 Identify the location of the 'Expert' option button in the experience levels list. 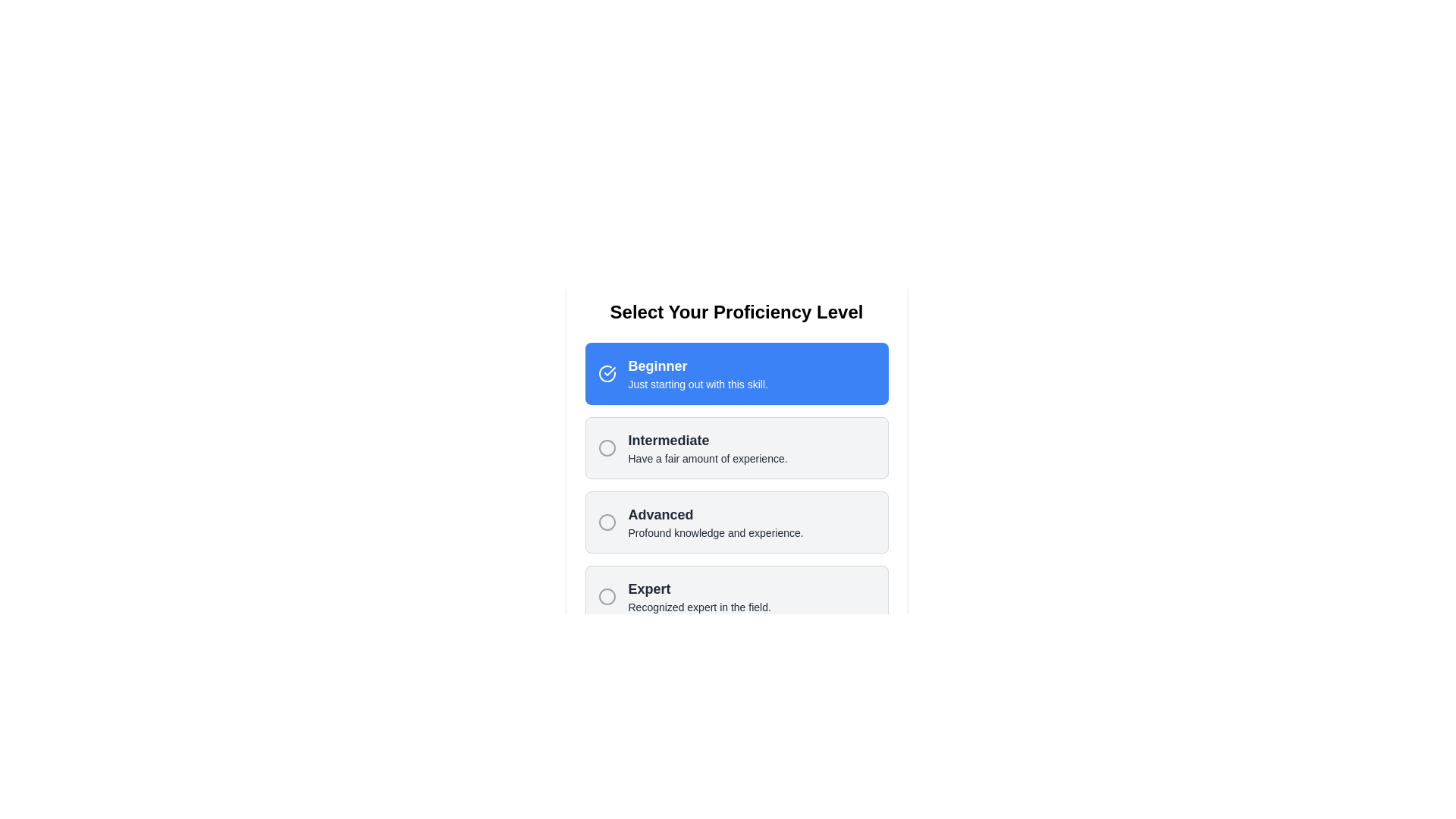
(736, 595).